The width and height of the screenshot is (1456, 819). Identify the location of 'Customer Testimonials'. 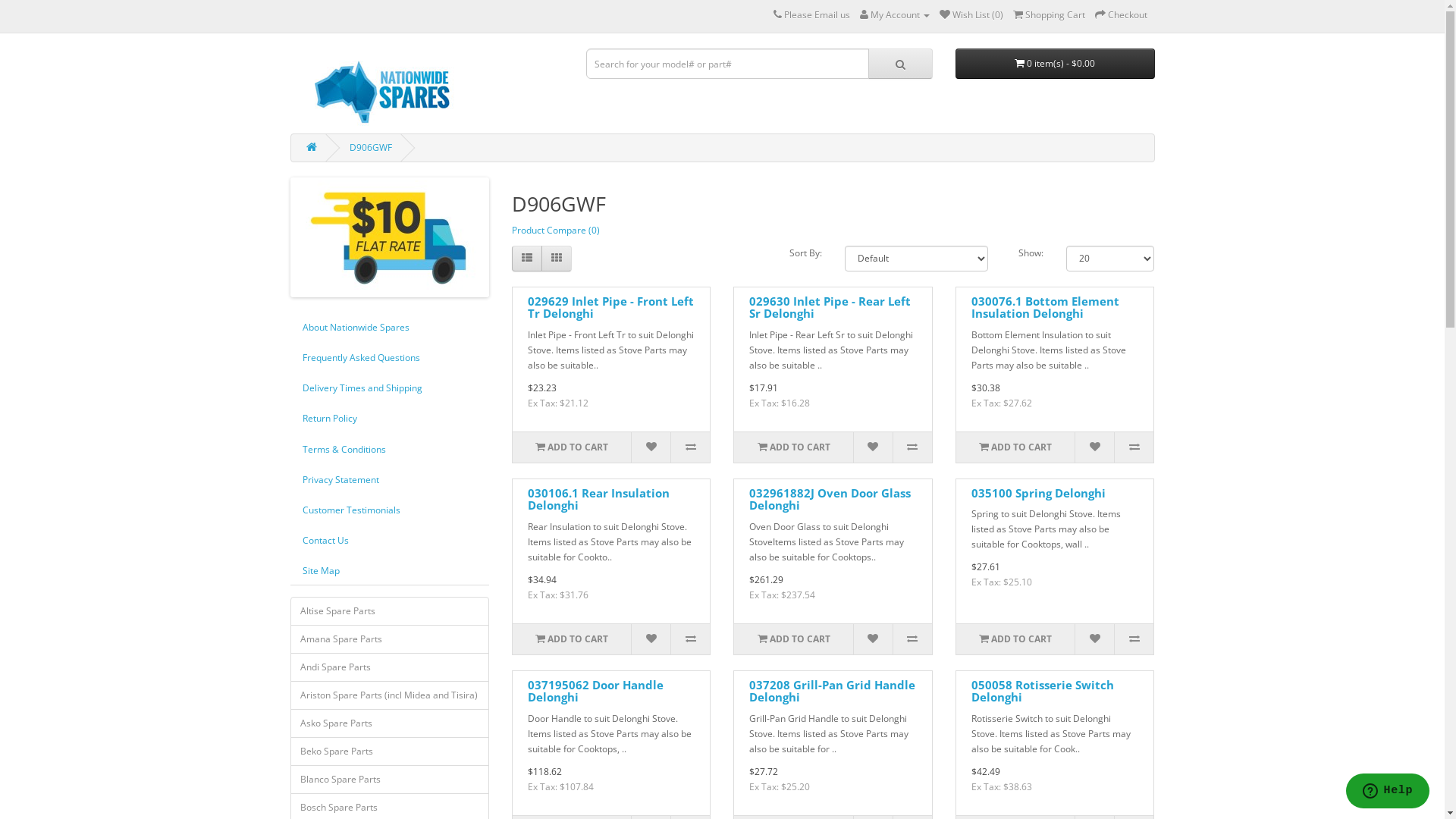
(388, 510).